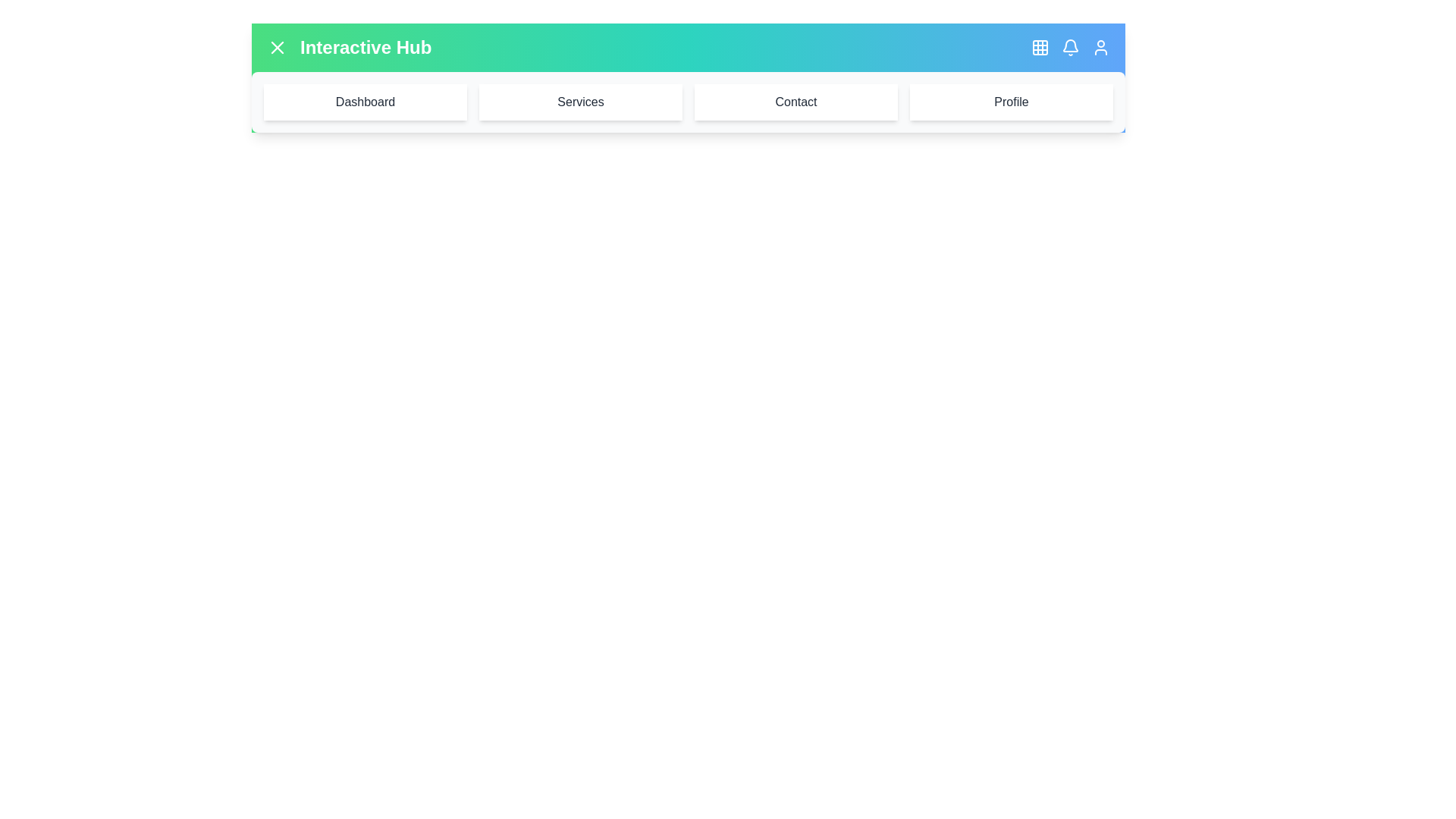 The image size is (1456, 819). Describe the element at coordinates (1100, 46) in the screenshot. I see `the user icon button` at that location.